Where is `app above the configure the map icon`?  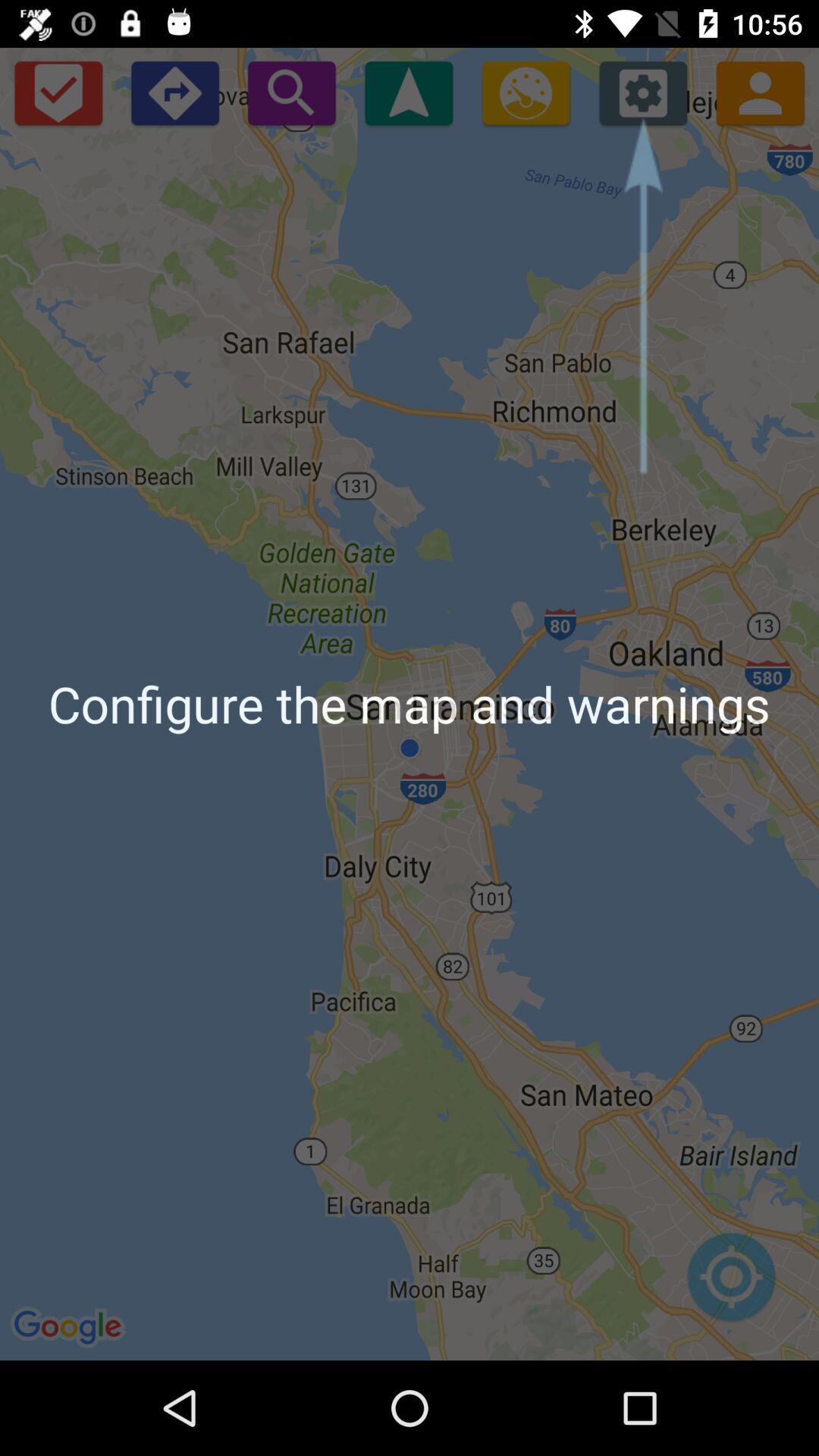 app above the configure the map icon is located at coordinates (291, 92).